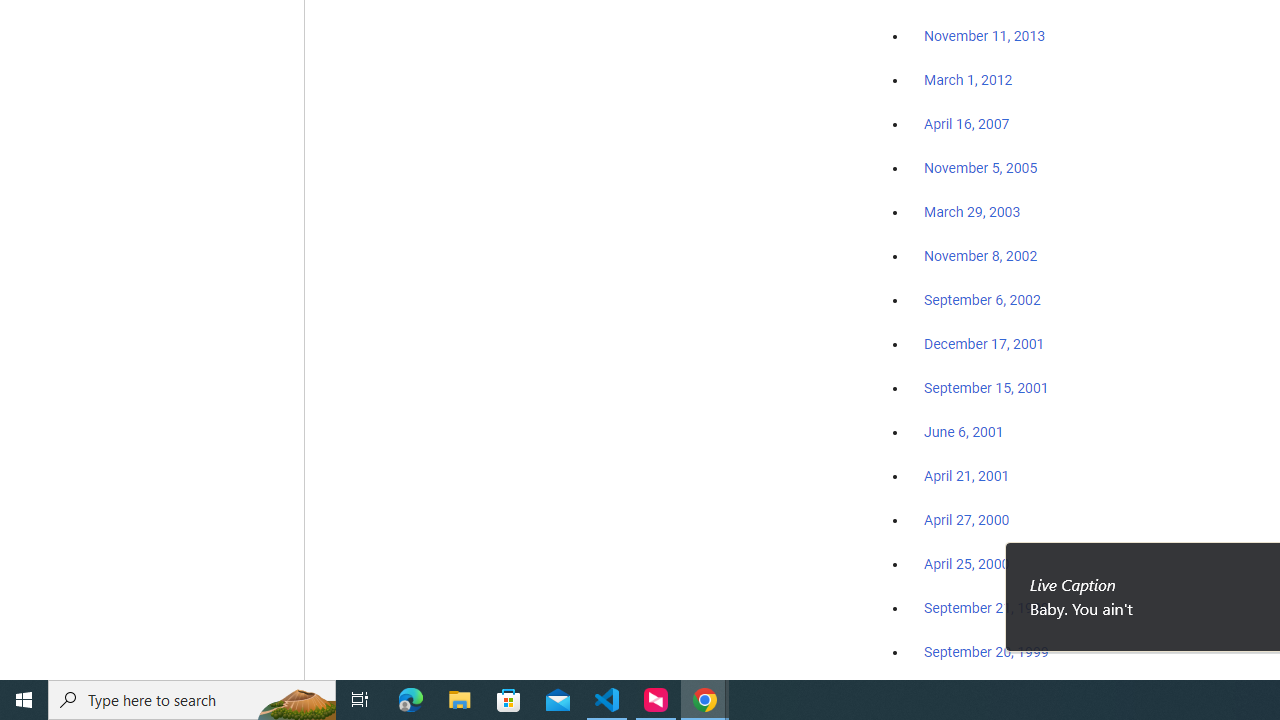 The image size is (1280, 720). Describe the element at coordinates (984, 342) in the screenshot. I see `'December 17, 2001'` at that location.